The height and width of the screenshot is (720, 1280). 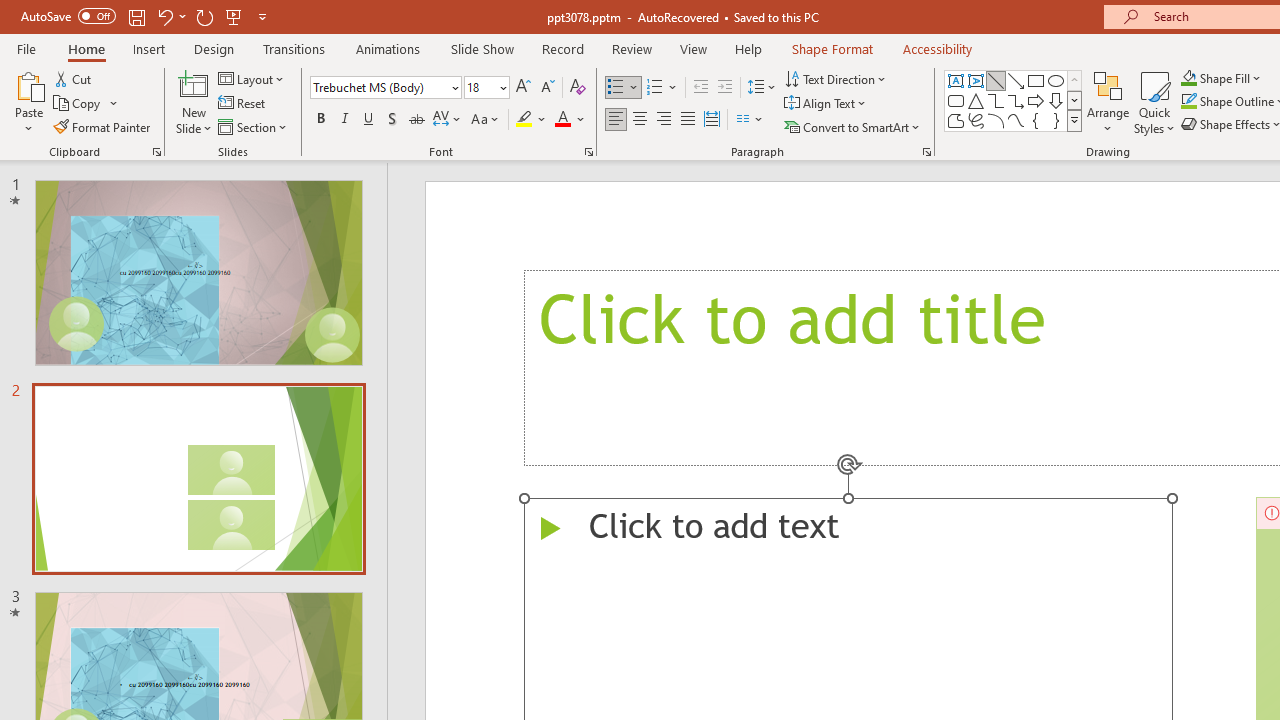 I want to click on 'Rectangle: Rounded Corners', so click(x=955, y=100).